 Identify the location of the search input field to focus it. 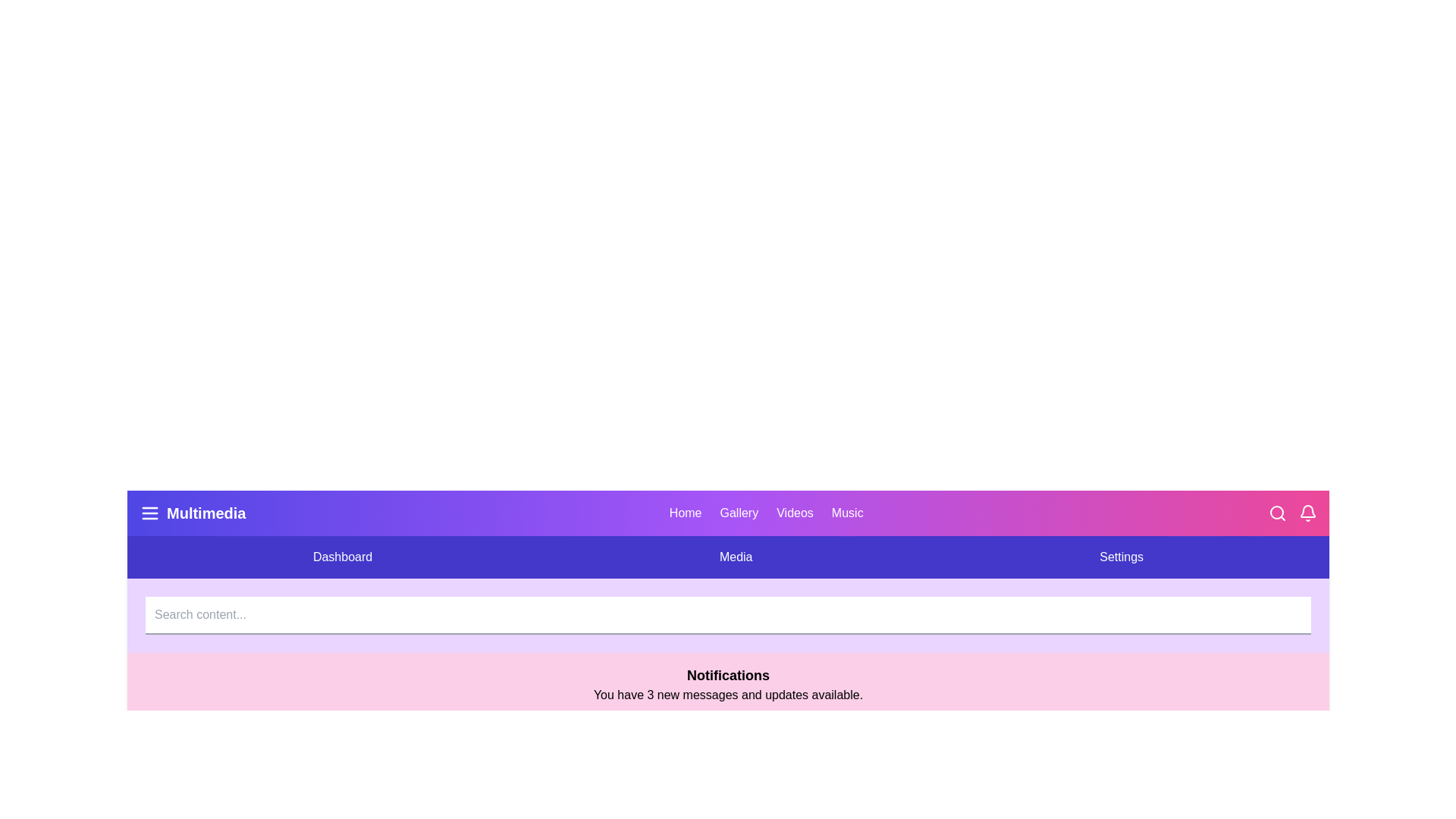
(728, 616).